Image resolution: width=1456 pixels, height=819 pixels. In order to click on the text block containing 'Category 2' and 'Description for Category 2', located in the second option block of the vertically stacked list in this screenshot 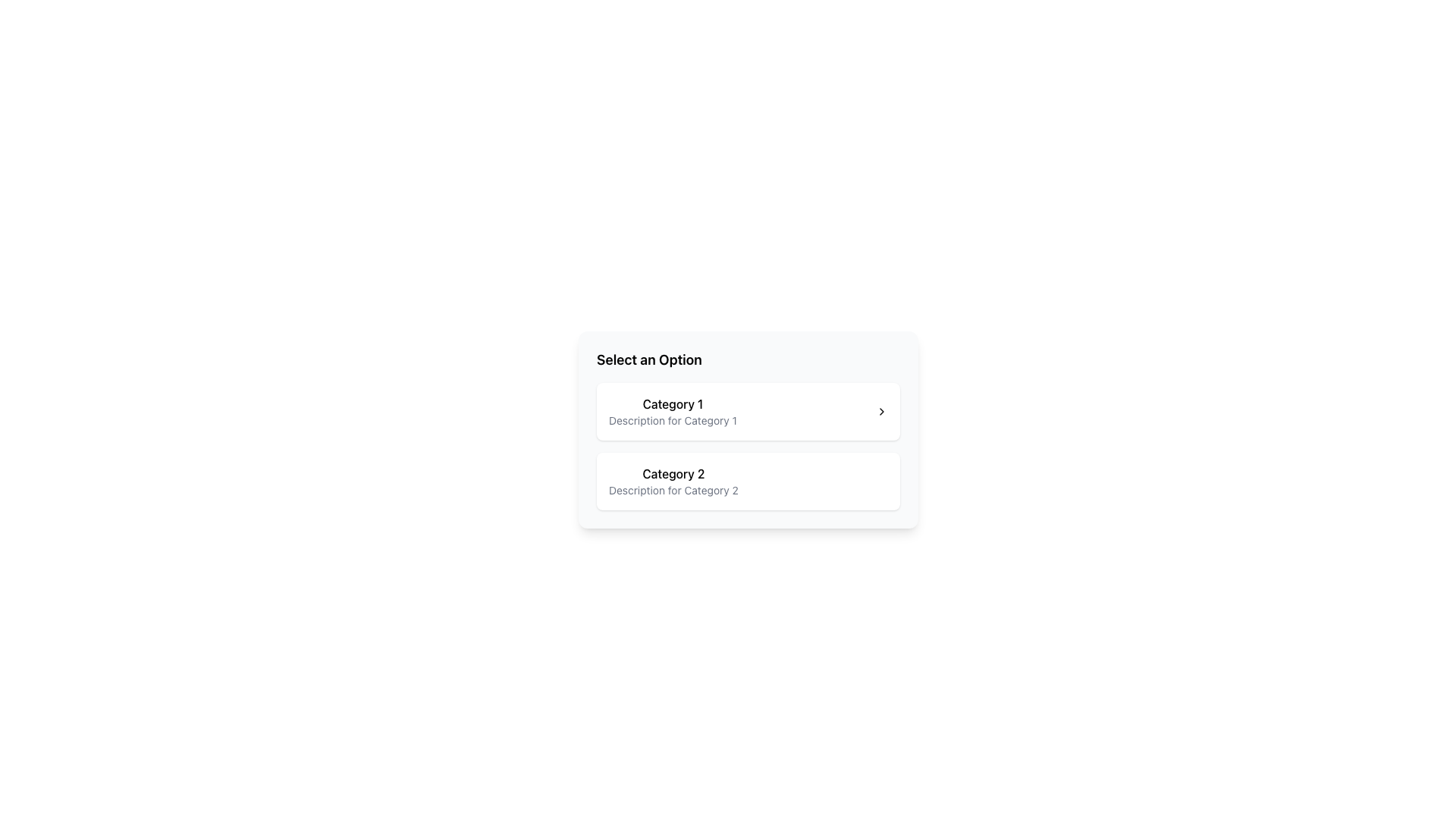, I will do `click(673, 482)`.